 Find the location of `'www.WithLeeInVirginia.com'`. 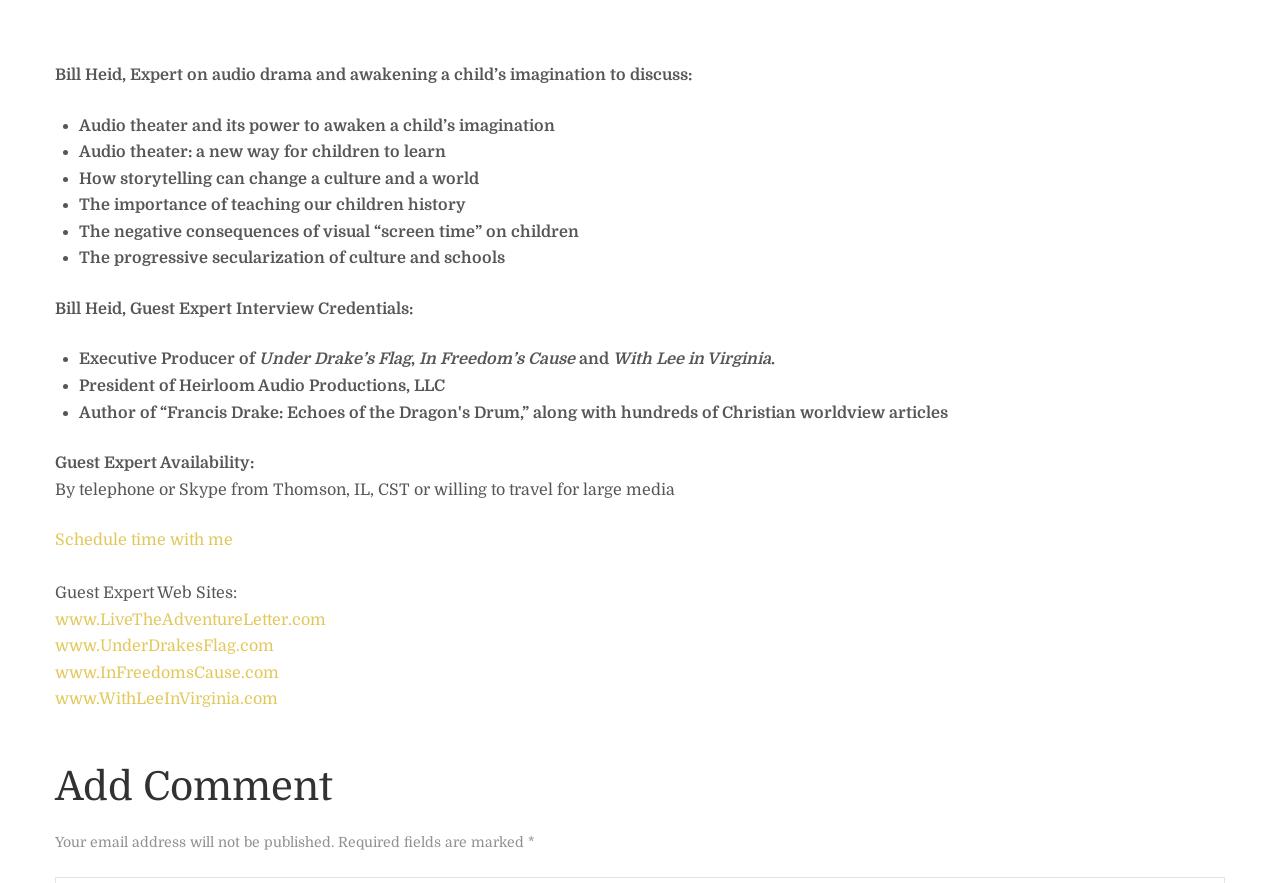

'www.WithLeeInVirginia.com' is located at coordinates (55, 698).